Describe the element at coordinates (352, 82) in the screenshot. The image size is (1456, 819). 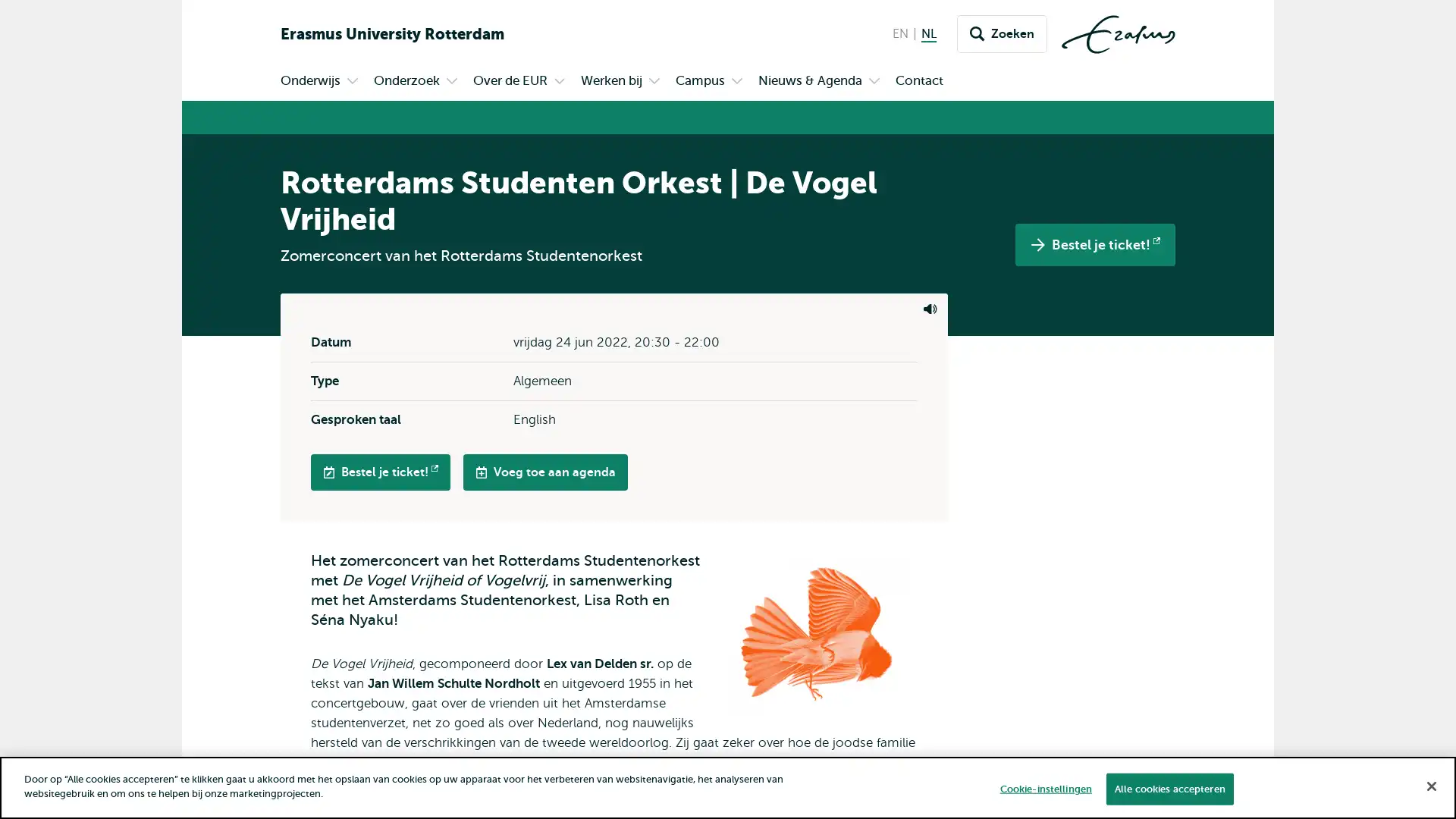
I see `Open submenu` at that location.